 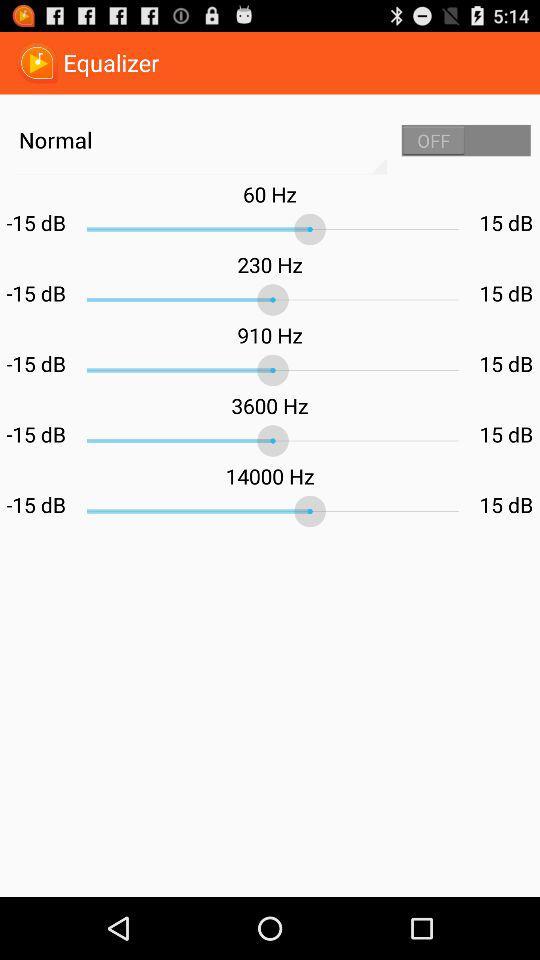 What do you see at coordinates (466, 139) in the screenshot?
I see `app to the right of normal icon` at bounding box center [466, 139].